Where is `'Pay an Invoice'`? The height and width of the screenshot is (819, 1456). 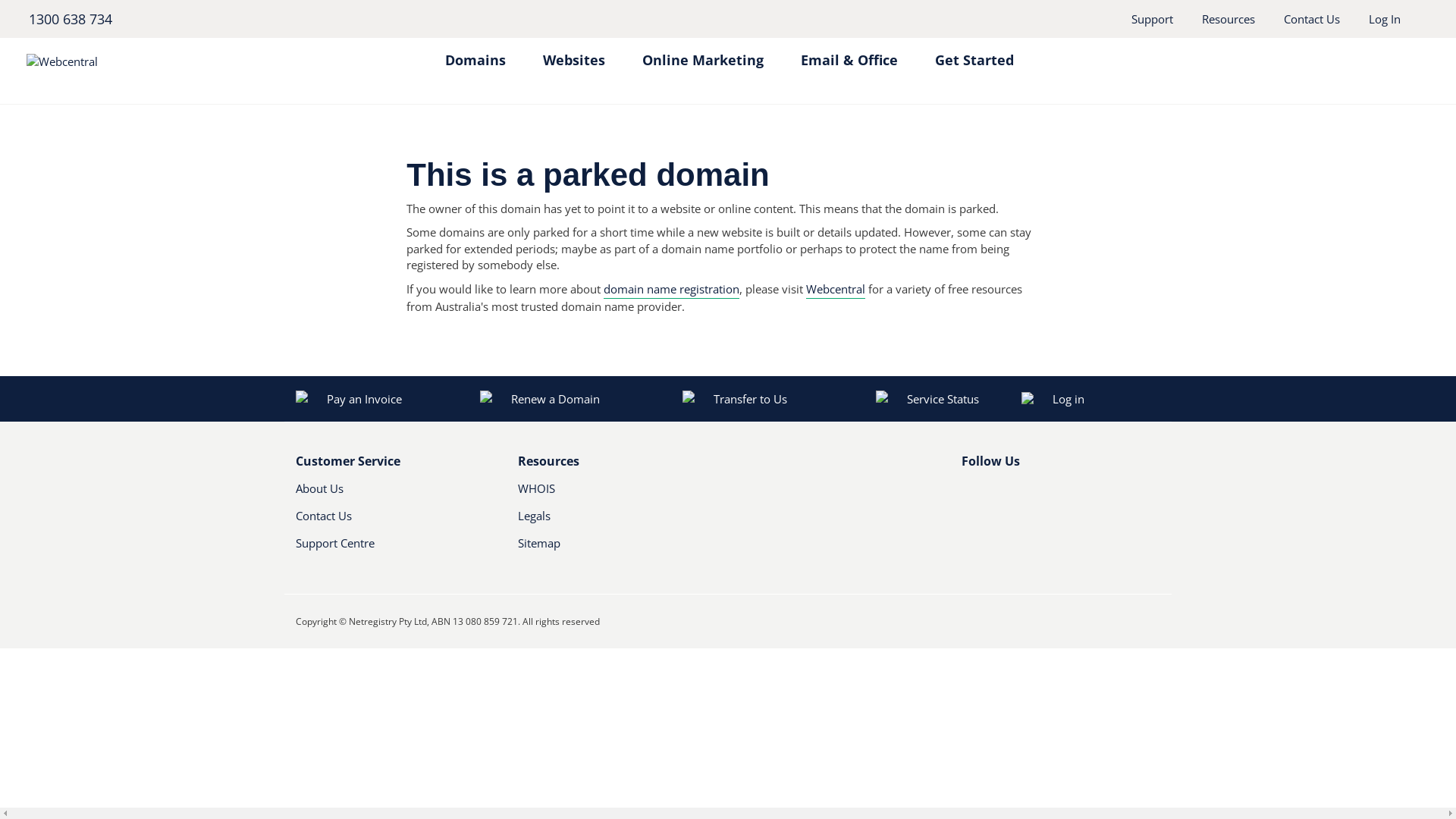 'Pay an Invoice' is located at coordinates (348, 397).